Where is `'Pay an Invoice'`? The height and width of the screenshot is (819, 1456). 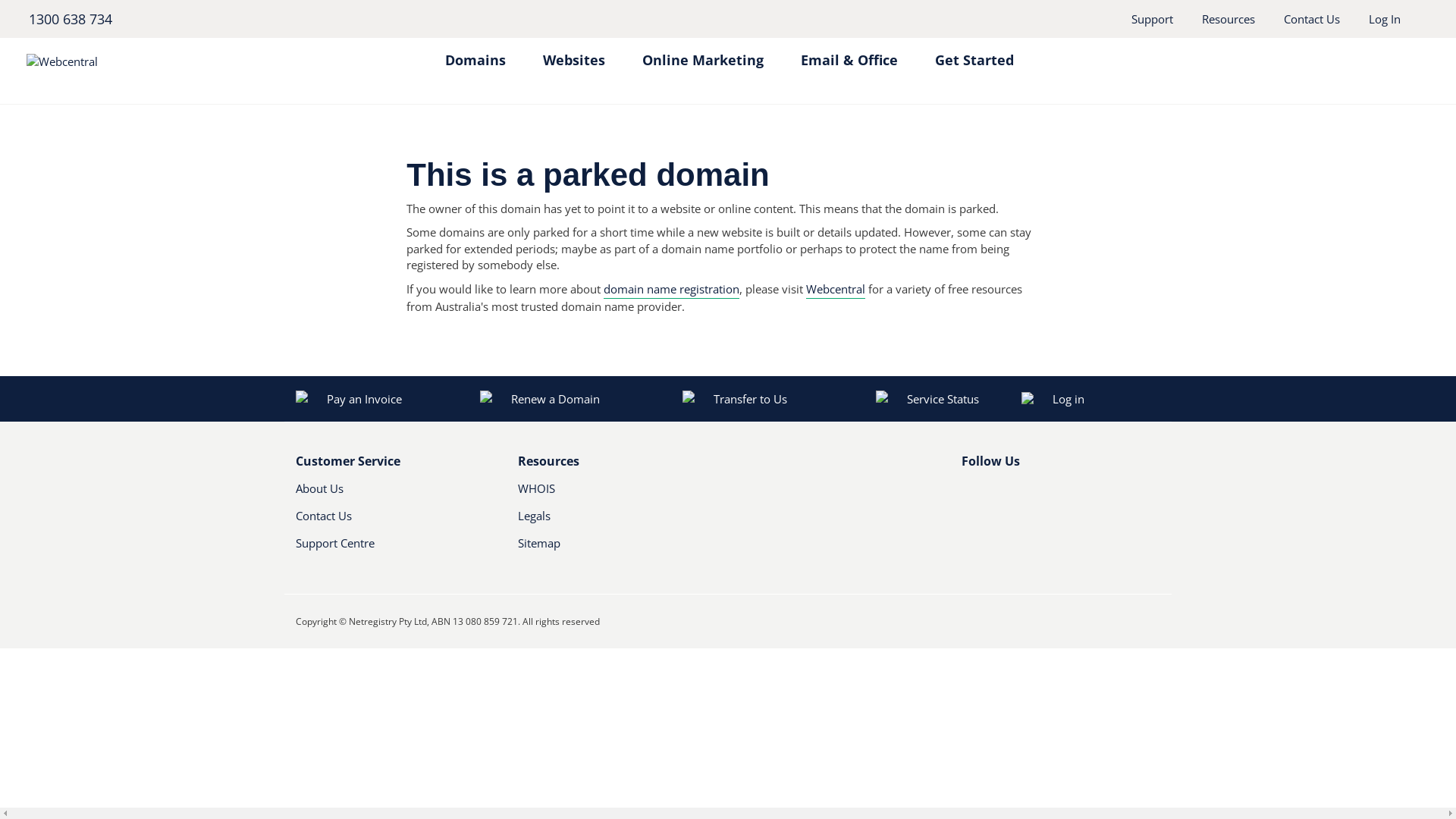 'Pay an Invoice' is located at coordinates (348, 397).